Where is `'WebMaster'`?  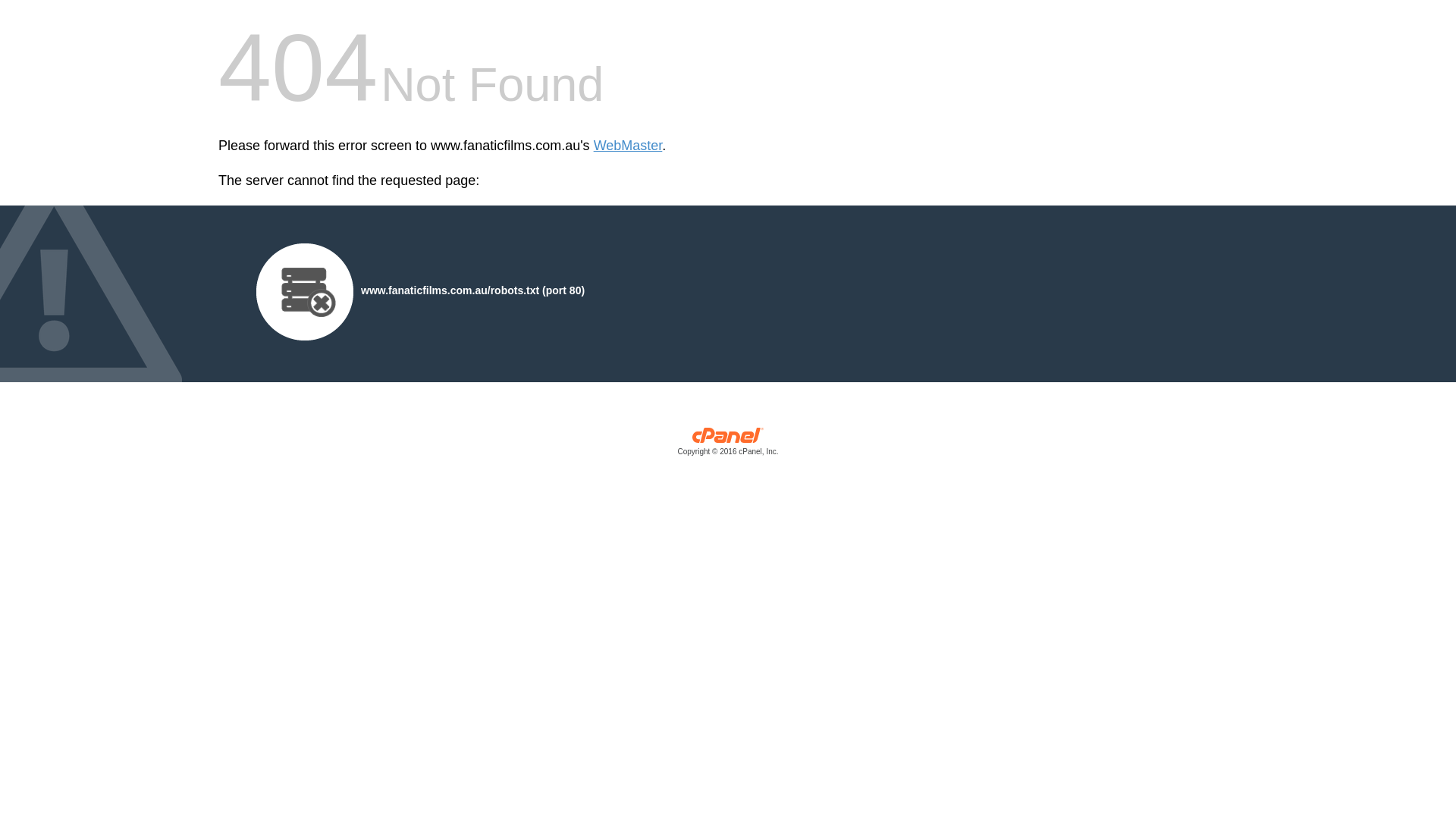 'WebMaster' is located at coordinates (628, 146).